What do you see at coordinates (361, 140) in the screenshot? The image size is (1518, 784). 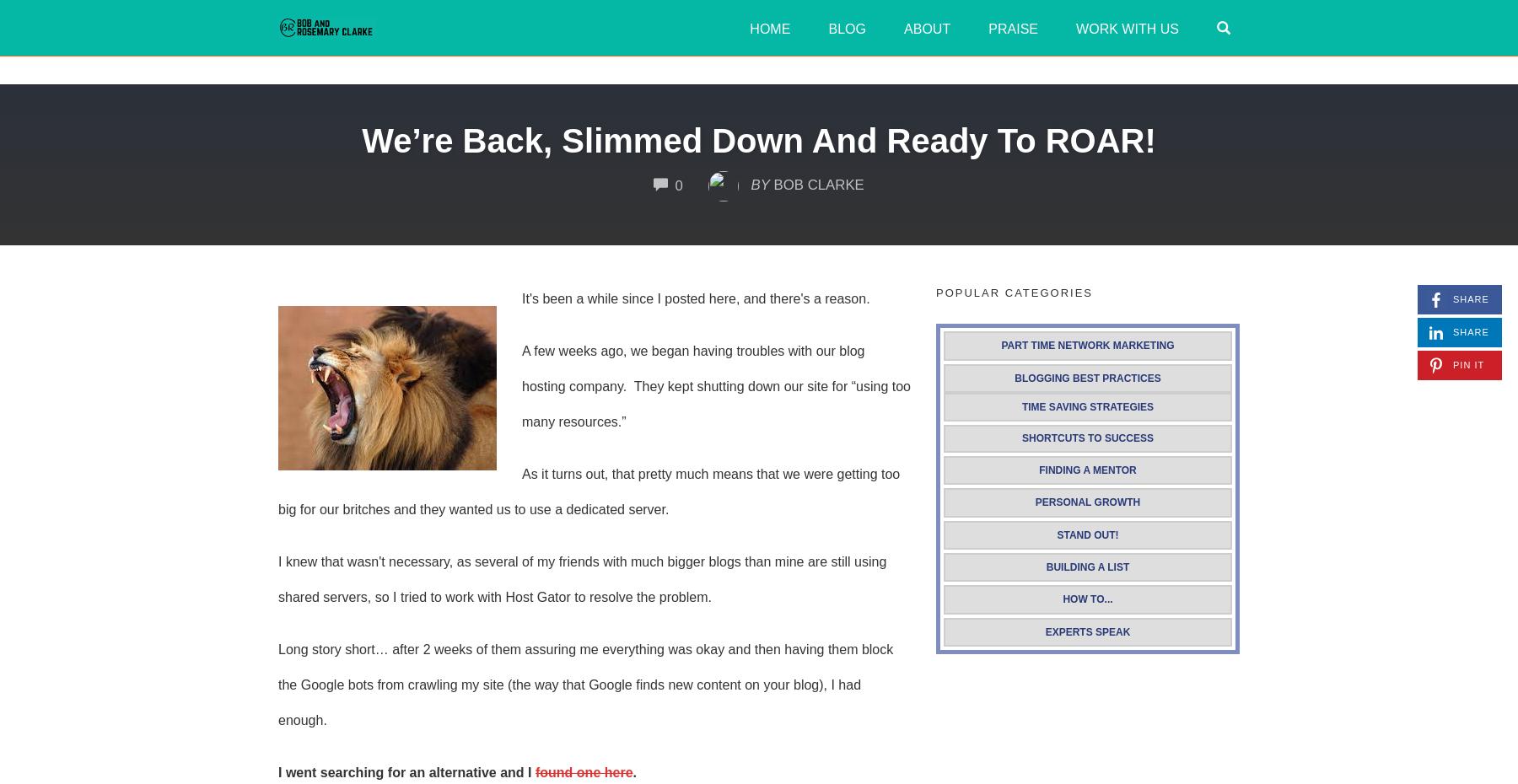 I see `'We’re Back, Slimmed Down And Ready To ROAR!'` at bounding box center [361, 140].